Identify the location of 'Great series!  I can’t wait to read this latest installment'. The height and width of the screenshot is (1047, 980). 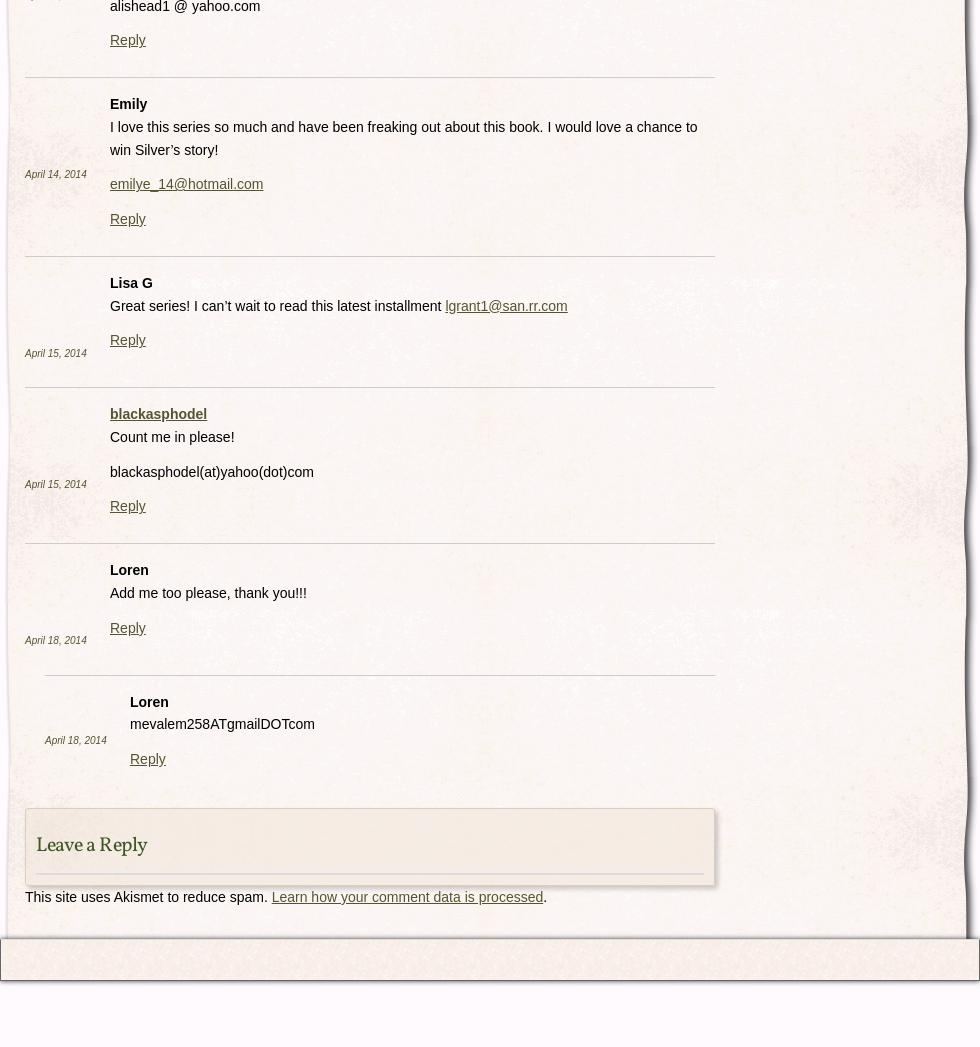
(109, 303).